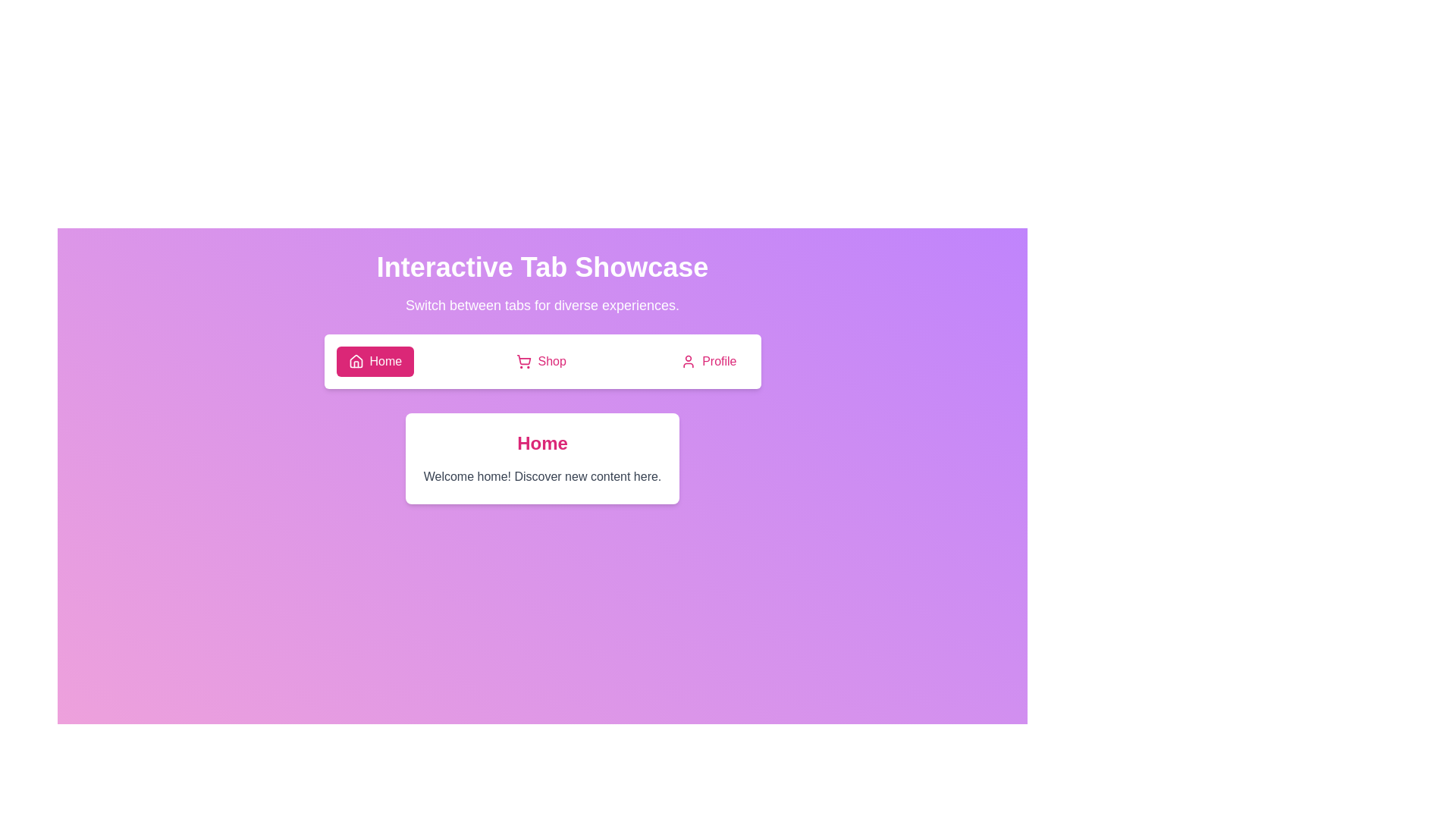  What do you see at coordinates (708, 362) in the screenshot?
I see `the Profile tab to display its description` at bounding box center [708, 362].